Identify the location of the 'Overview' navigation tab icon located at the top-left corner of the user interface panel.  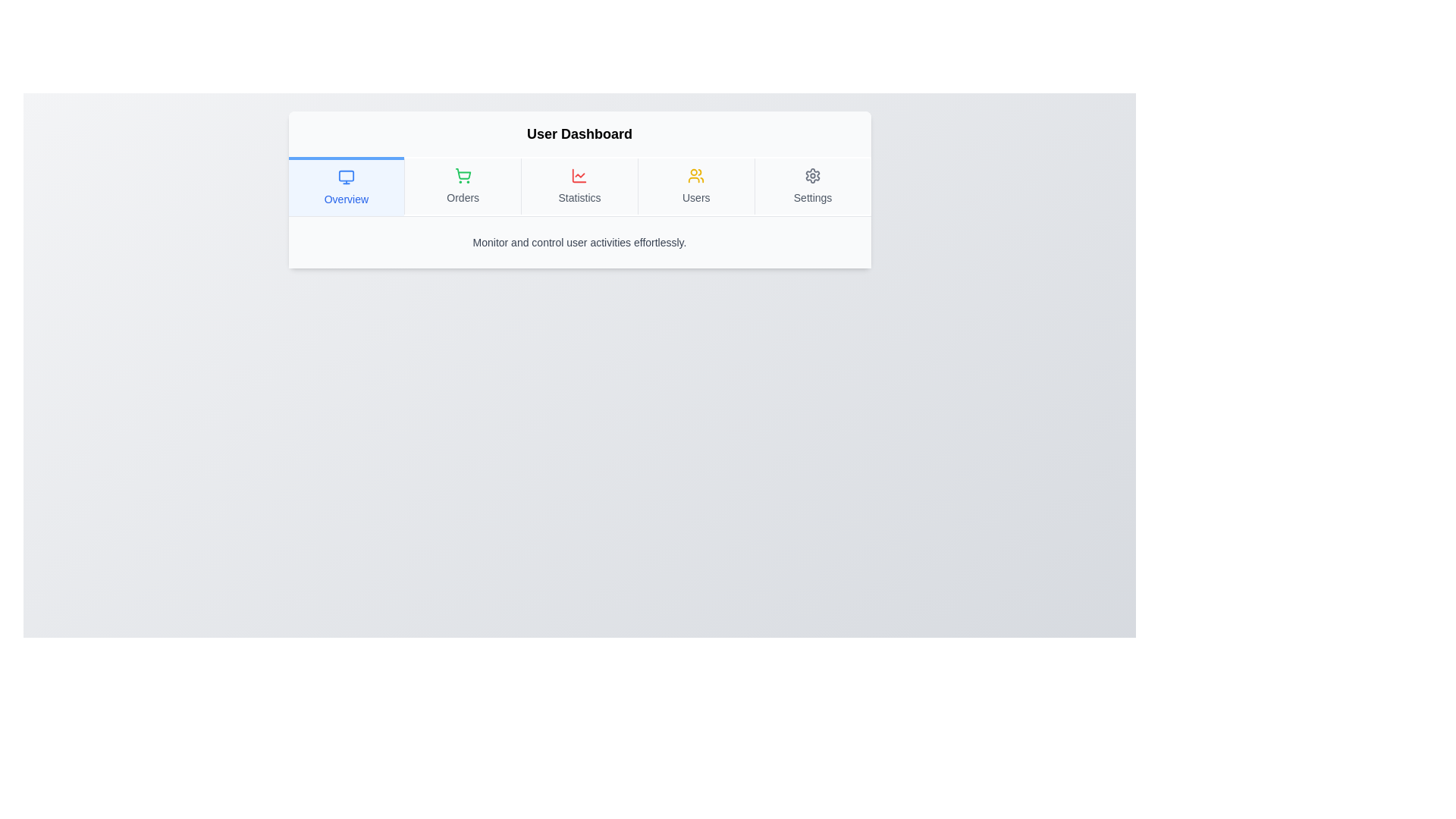
(345, 175).